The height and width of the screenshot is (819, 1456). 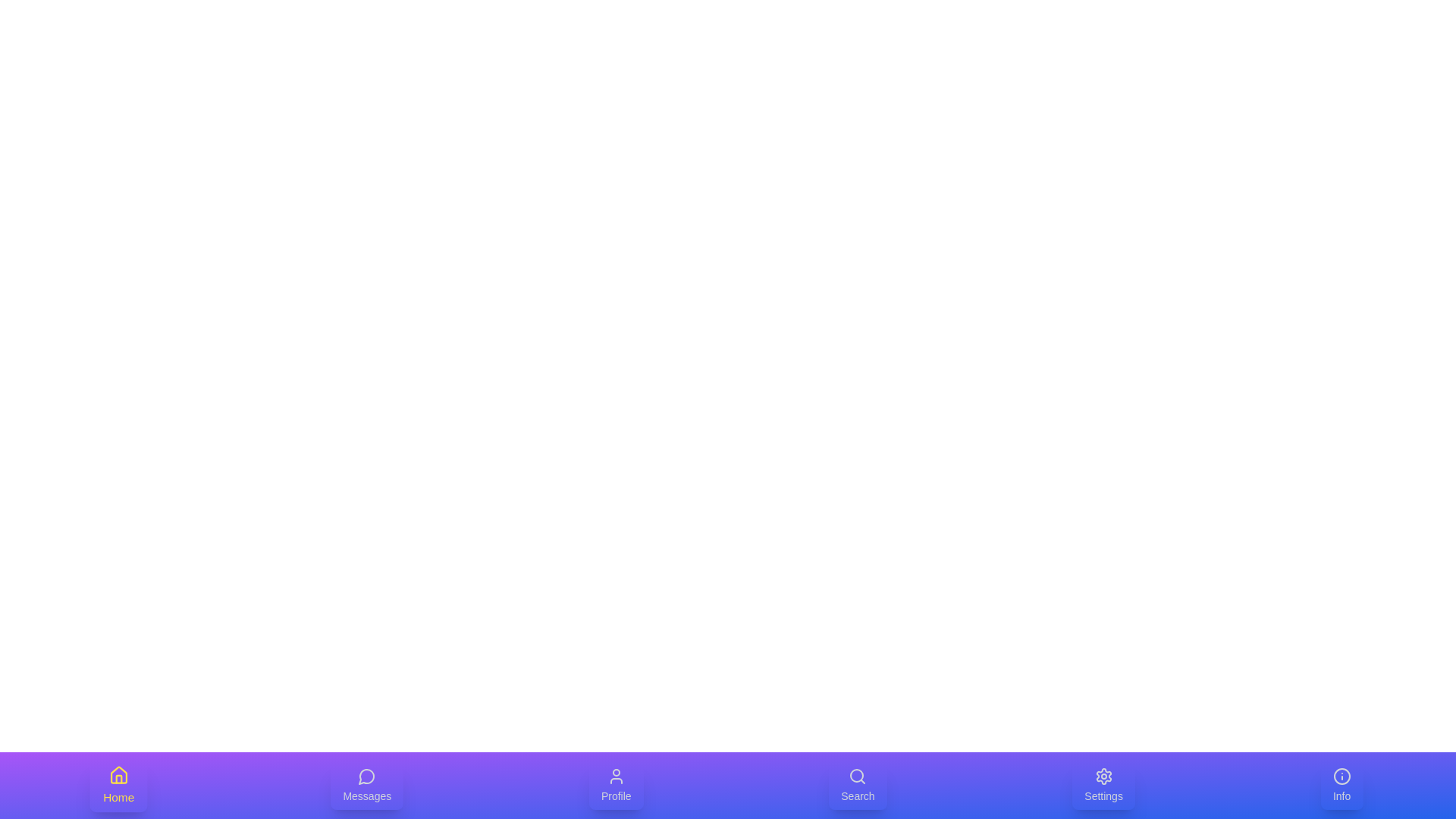 What do you see at coordinates (1342, 785) in the screenshot?
I see `the Info tab to select it` at bounding box center [1342, 785].